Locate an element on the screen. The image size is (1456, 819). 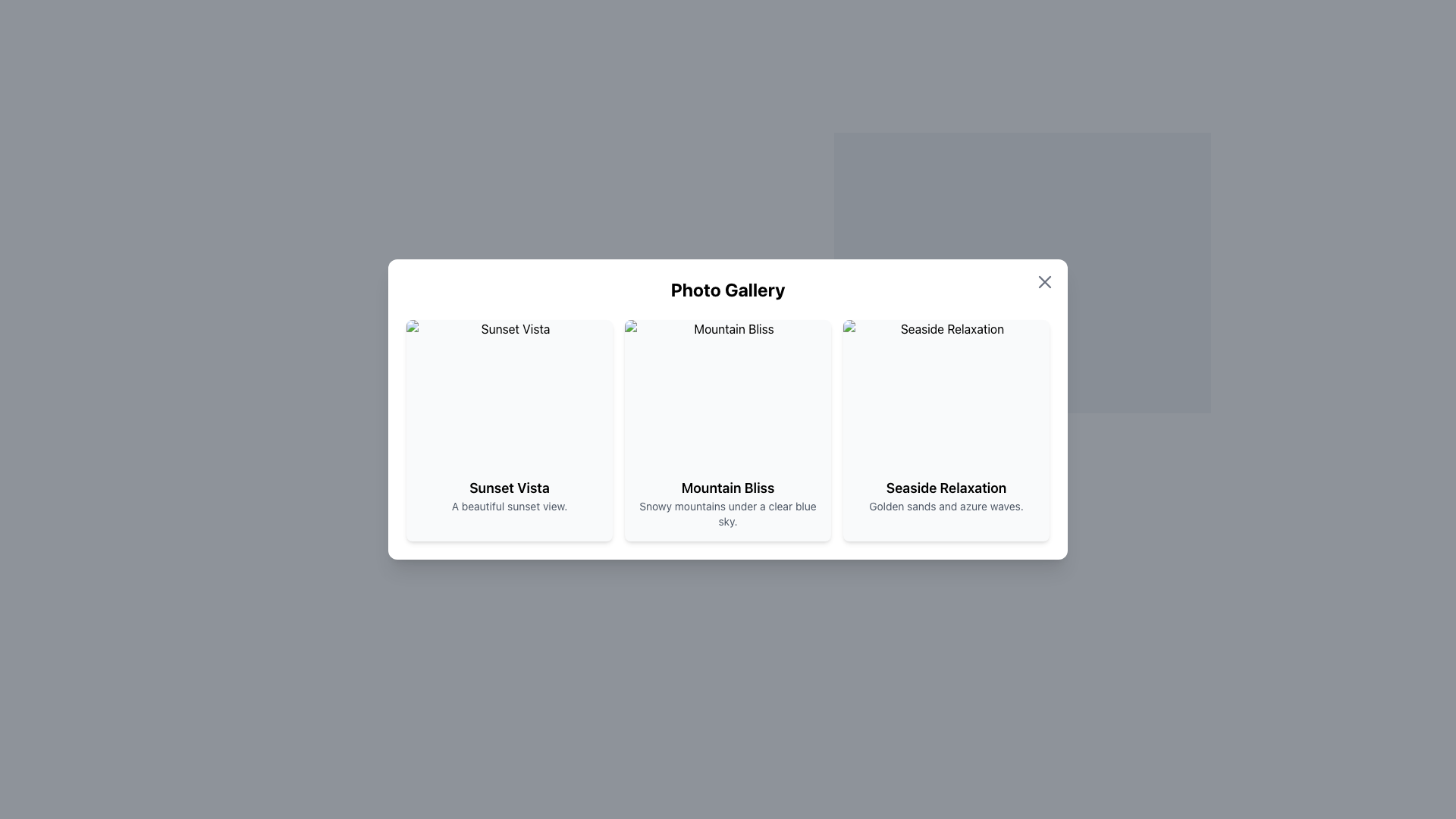
to interact with the visual card showcasing an image, located centrally between 'Sunset Vista' and 'Seaside Relaxation' in the photo gallery modal is located at coordinates (728, 409).